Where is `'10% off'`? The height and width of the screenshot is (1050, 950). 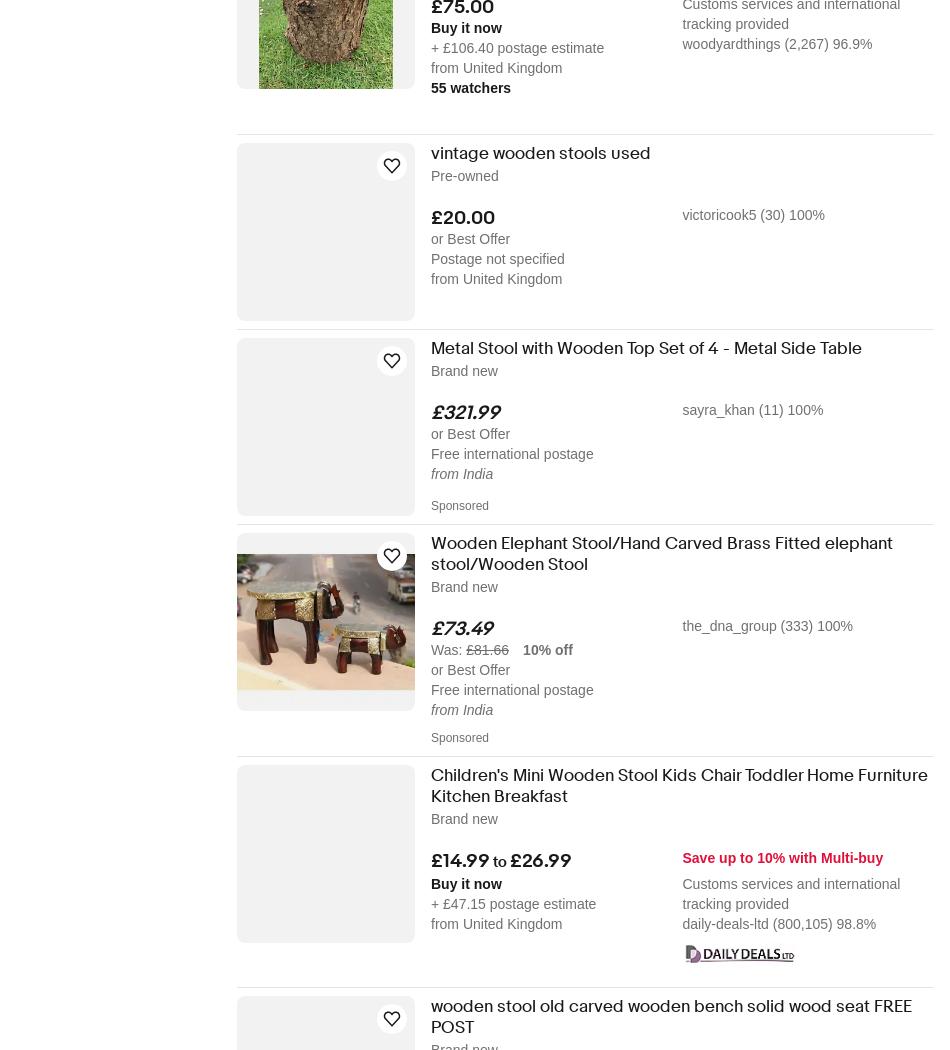 '10% off' is located at coordinates (522, 648).